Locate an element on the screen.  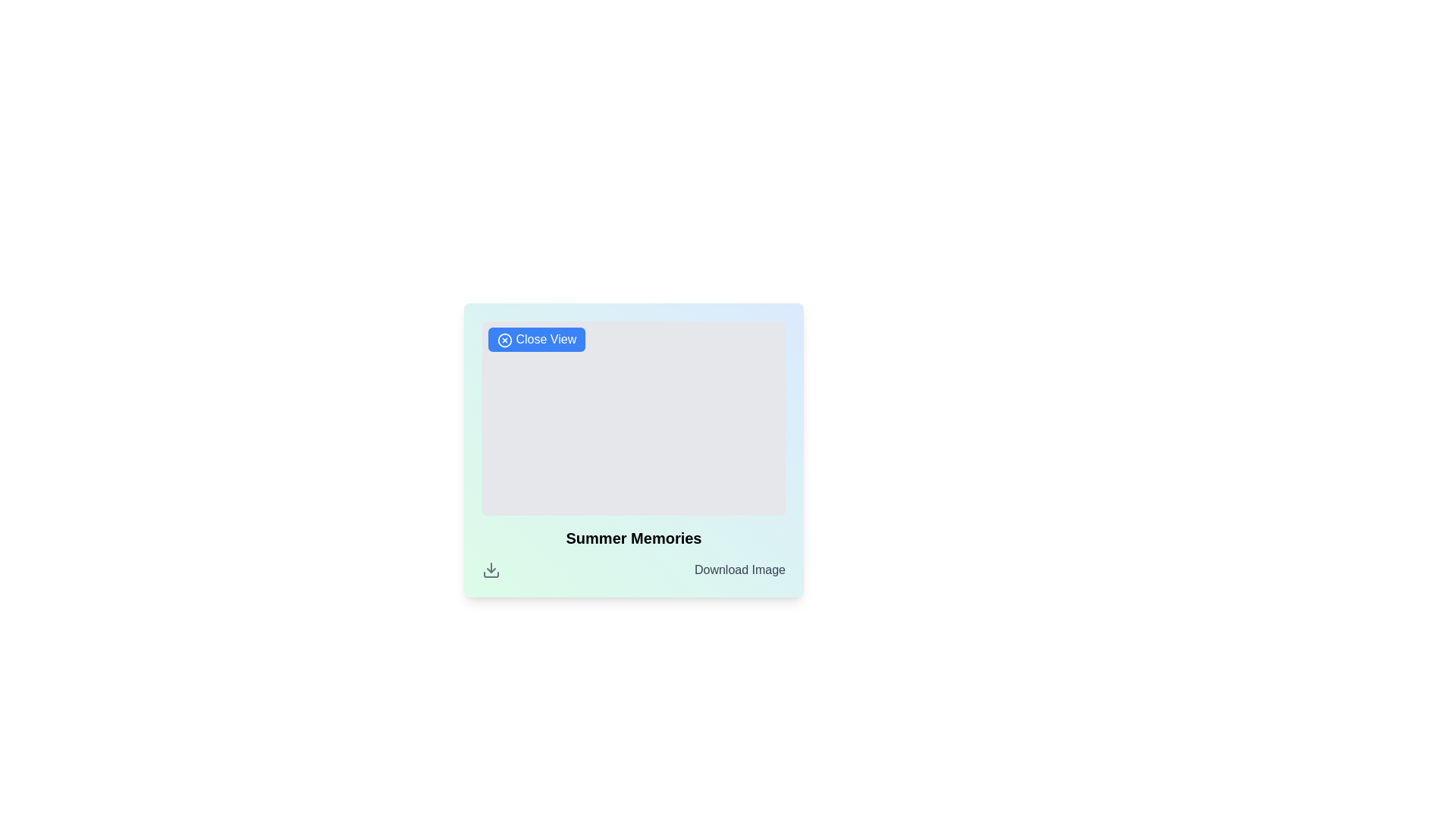
text label that serves as a prompt for downloading an image, located at the bottom-right corner of the card layout, next to the download icon is located at coordinates (739, 570).